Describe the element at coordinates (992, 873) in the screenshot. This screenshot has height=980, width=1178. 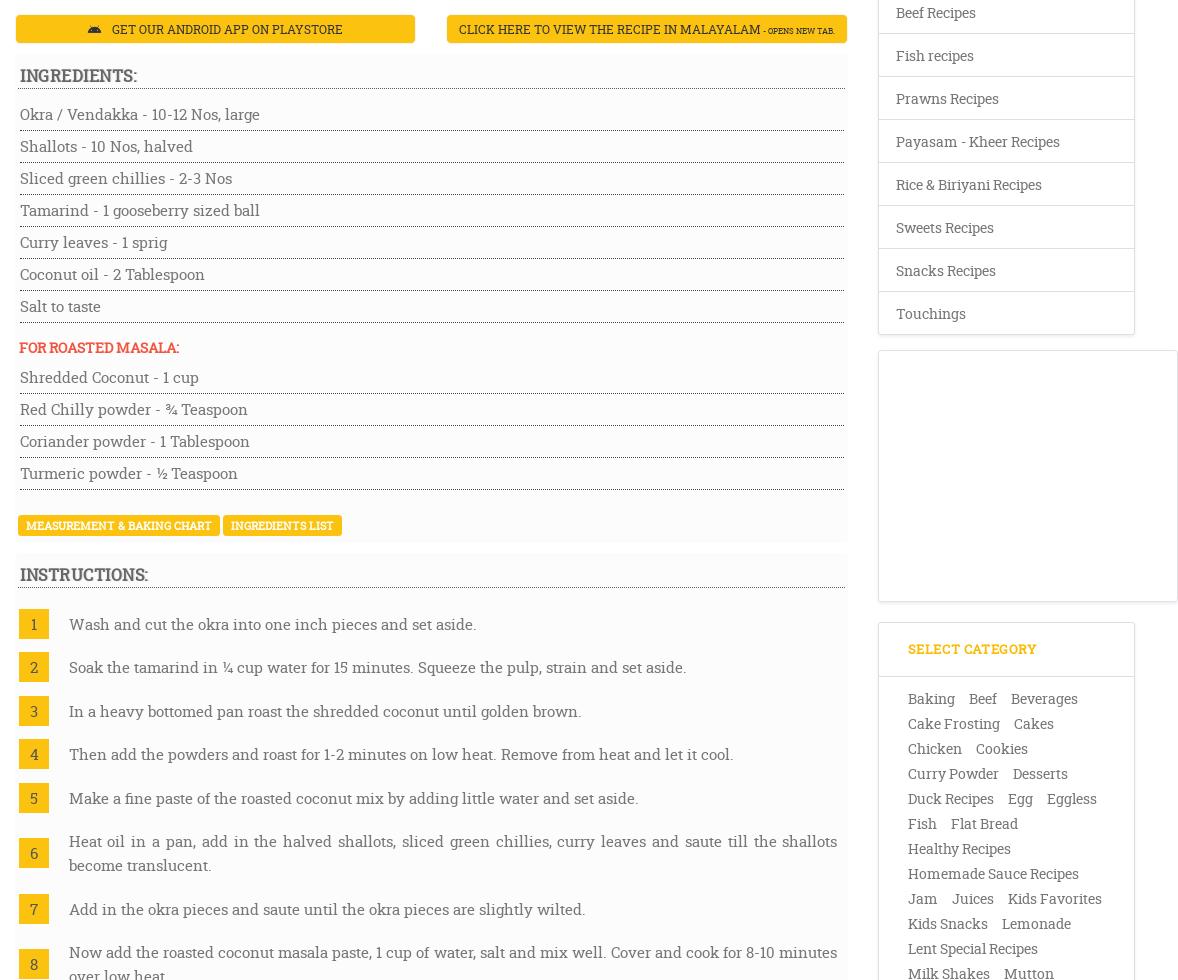
I see `'Homemade Sauce recipes'` at that location.